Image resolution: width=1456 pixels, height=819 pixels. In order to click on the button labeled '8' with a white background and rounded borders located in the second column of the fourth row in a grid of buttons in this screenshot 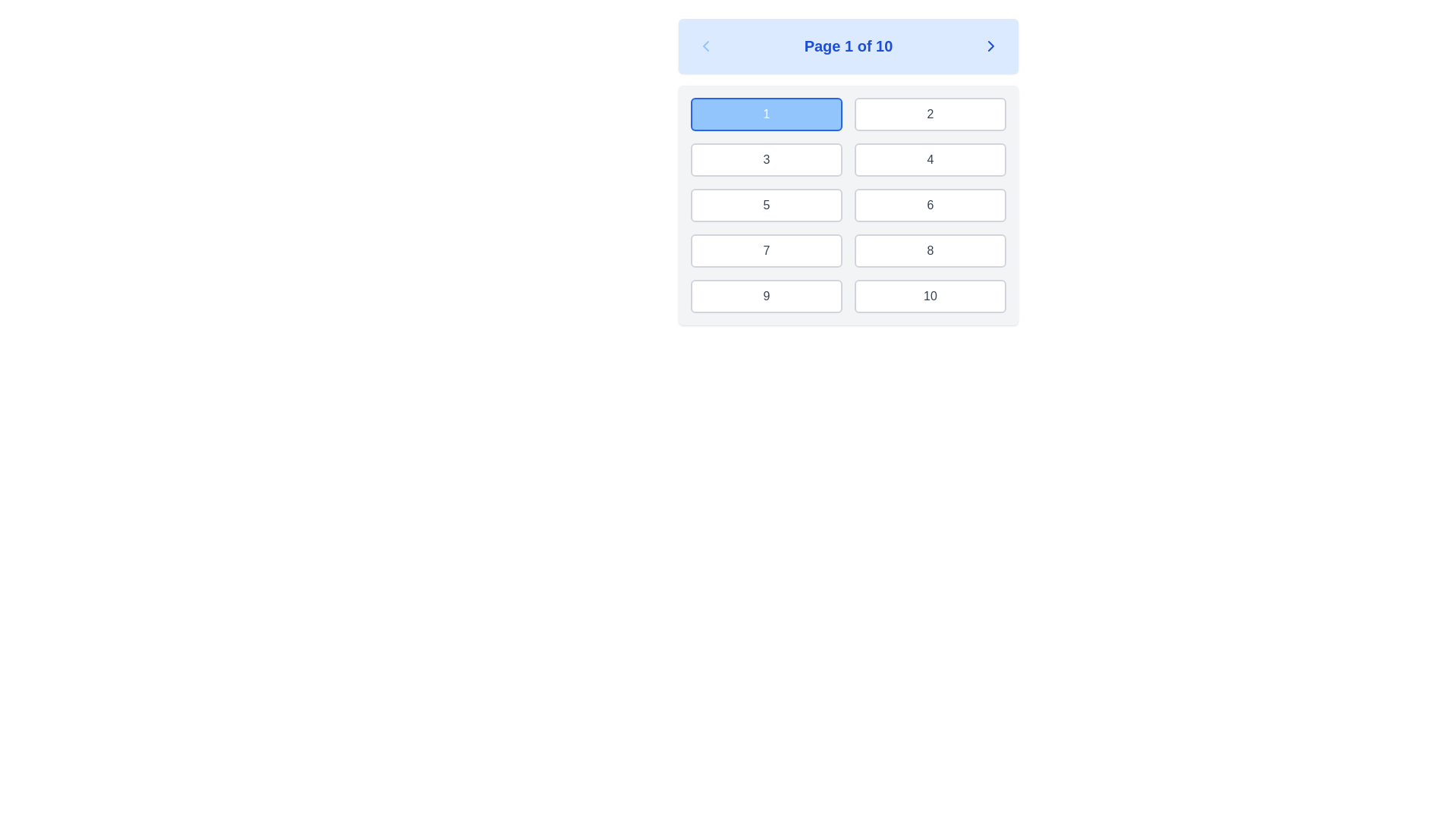, I will do `click(930, 250)`.